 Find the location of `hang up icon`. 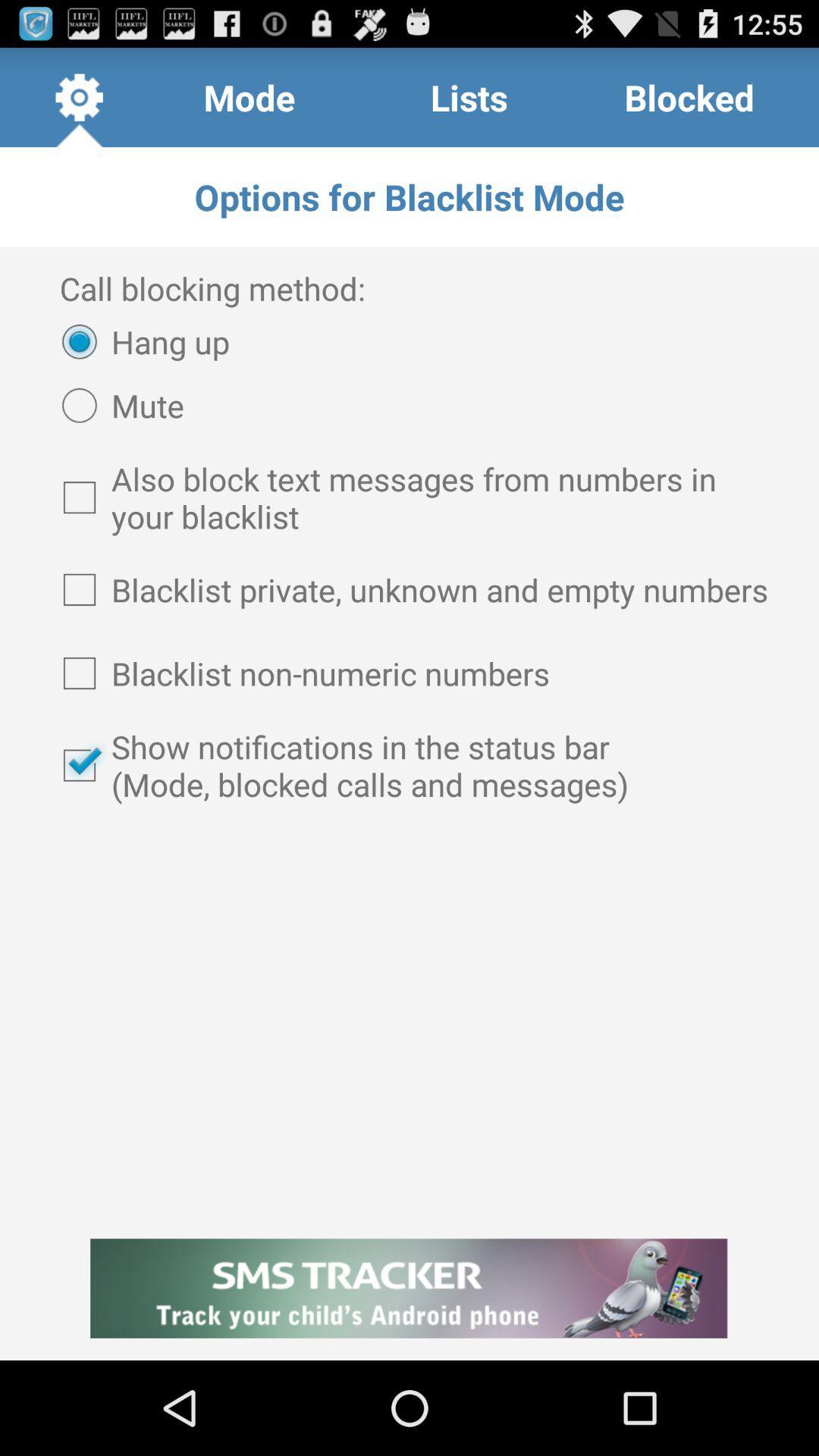

hang up icon is located at coordinates (138, 340).